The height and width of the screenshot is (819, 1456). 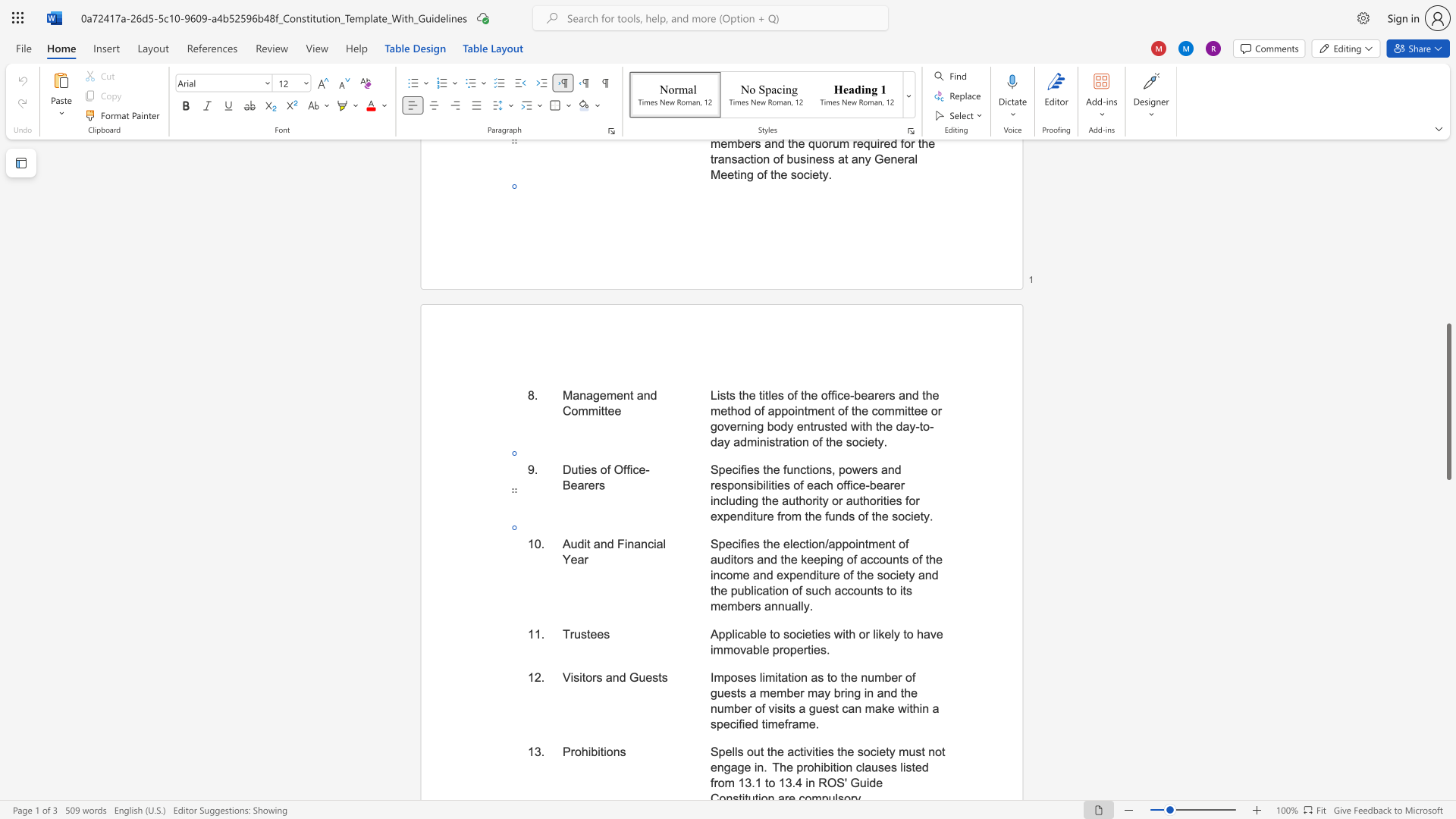 What do you see at coordinates (582, 676) in the screenshot?
I see `the space between the continuous character "i" and "t" in the text` at bounding box center [582, 676].